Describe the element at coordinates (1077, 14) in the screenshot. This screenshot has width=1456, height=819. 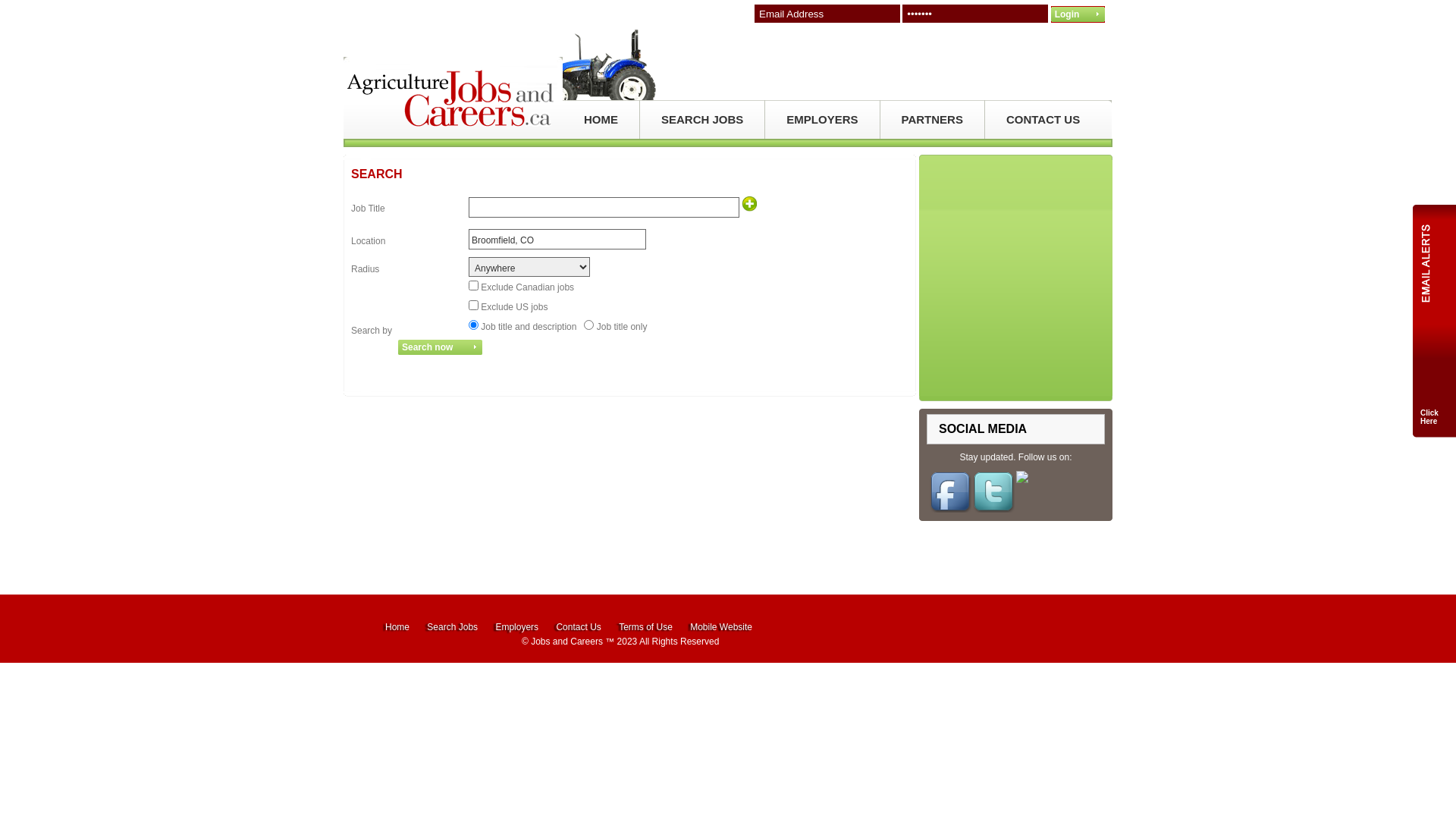
I see `'Login'` at that location.